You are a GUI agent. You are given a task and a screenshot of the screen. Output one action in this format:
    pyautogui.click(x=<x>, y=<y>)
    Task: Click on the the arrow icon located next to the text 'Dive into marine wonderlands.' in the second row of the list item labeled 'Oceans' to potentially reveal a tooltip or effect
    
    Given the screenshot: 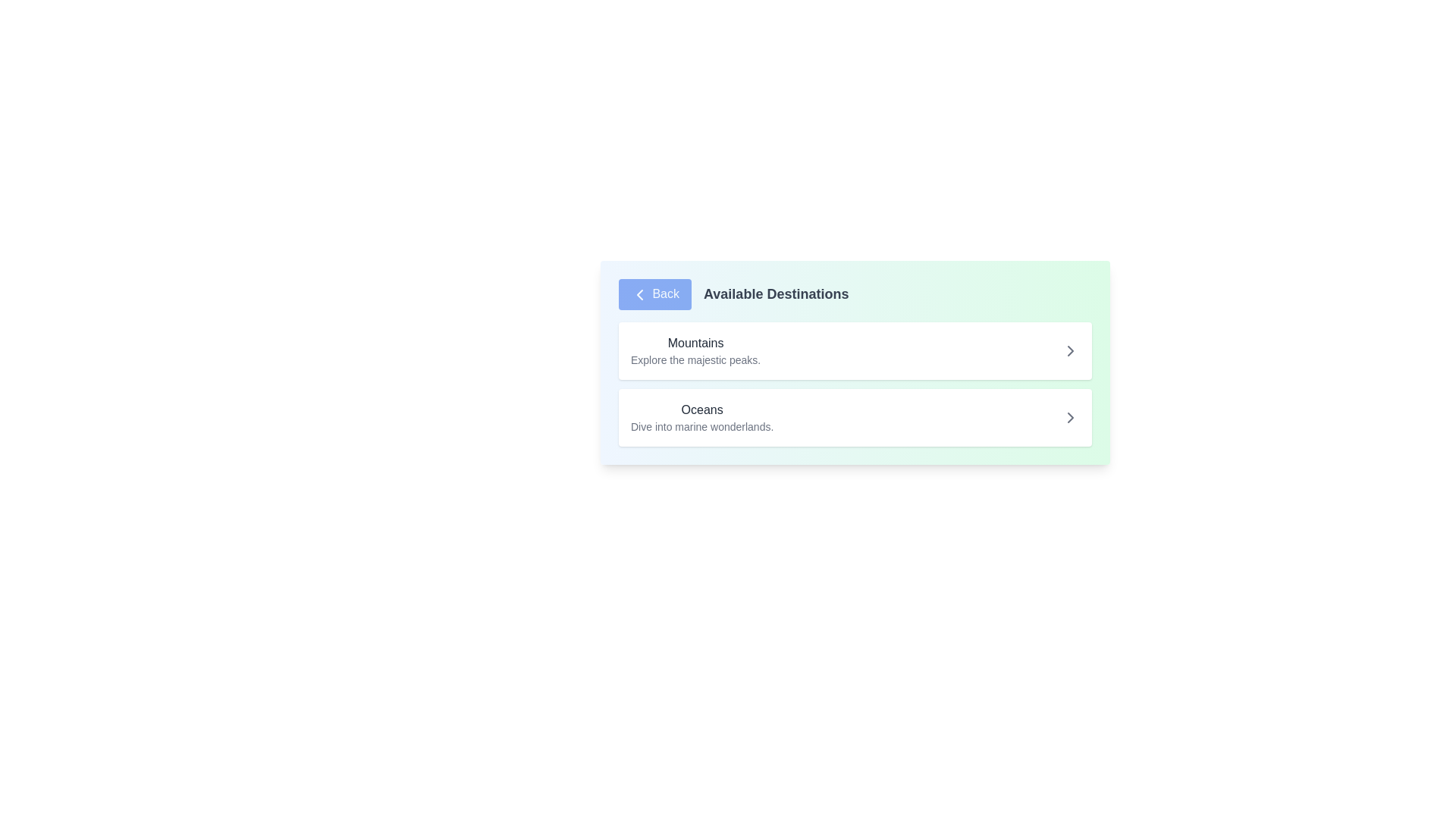 What is the action you would take?
    pyautogui.click(x=1069, y=417)
    